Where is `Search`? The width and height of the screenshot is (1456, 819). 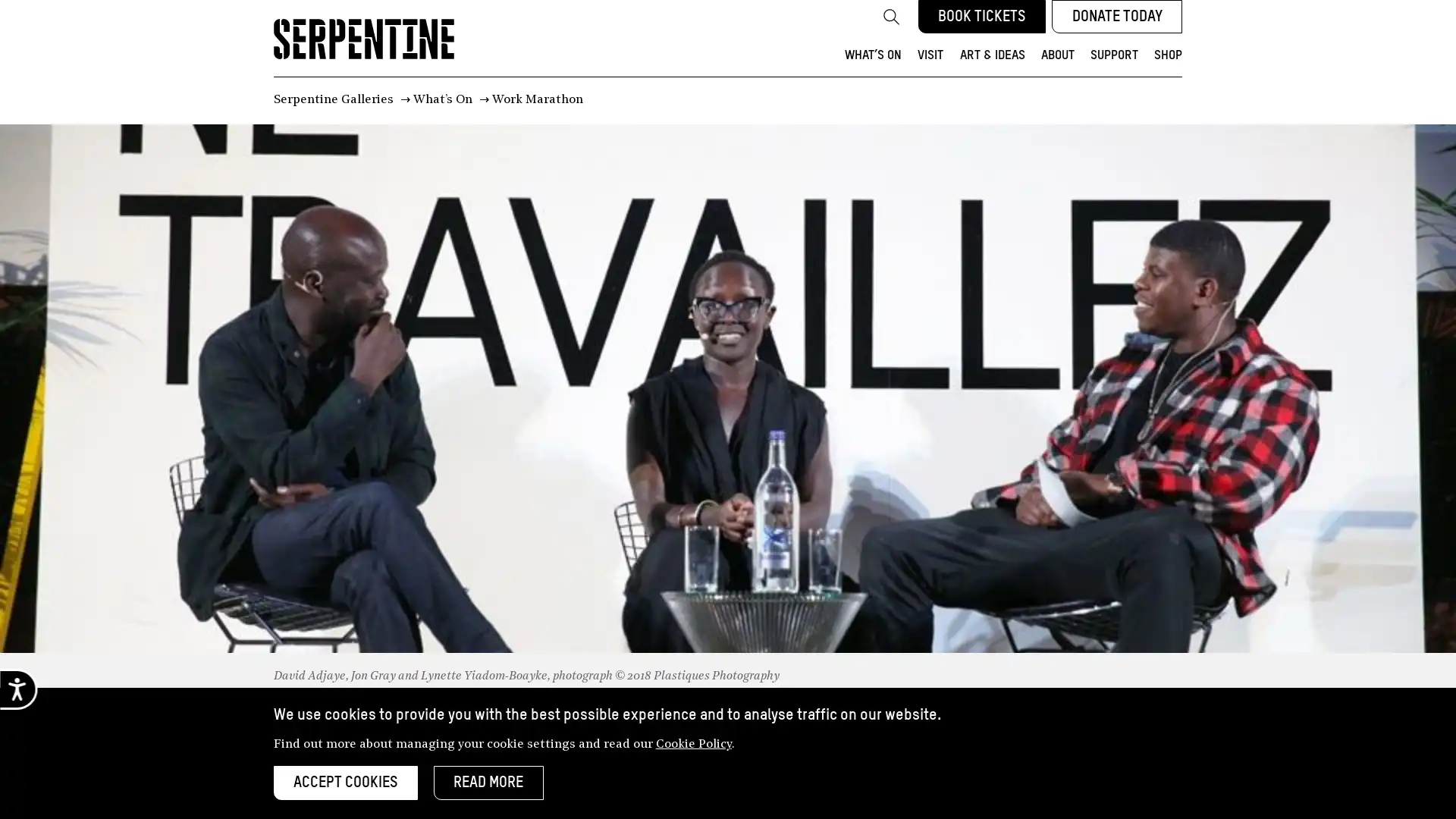 Search is located at coordinates (890, 17).